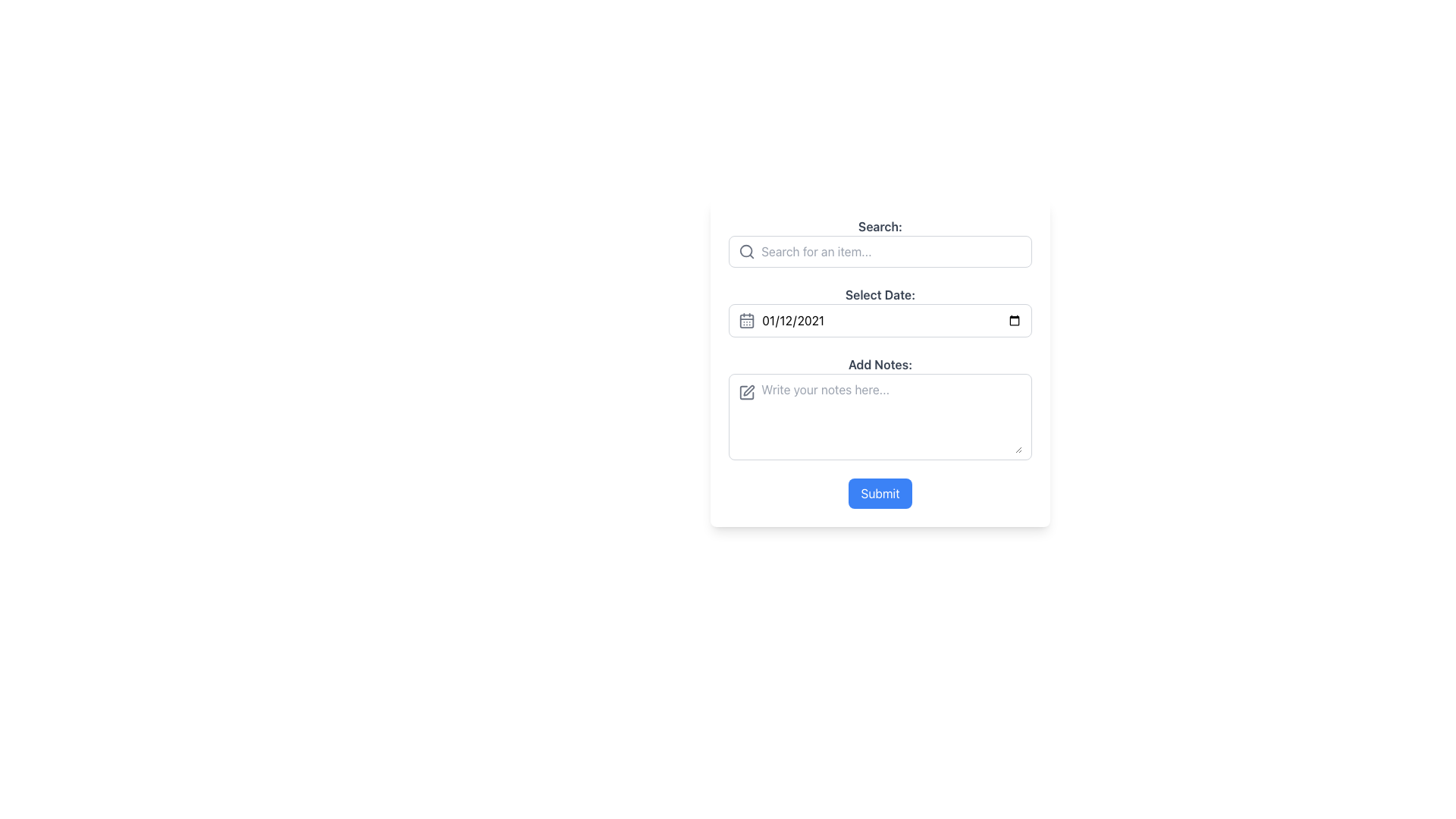  What do you see at coordinates (880, 320) in the screenshot?
I see `the date picker input field to focus on it, allowing for date selection` at bounding box center [880, 320].